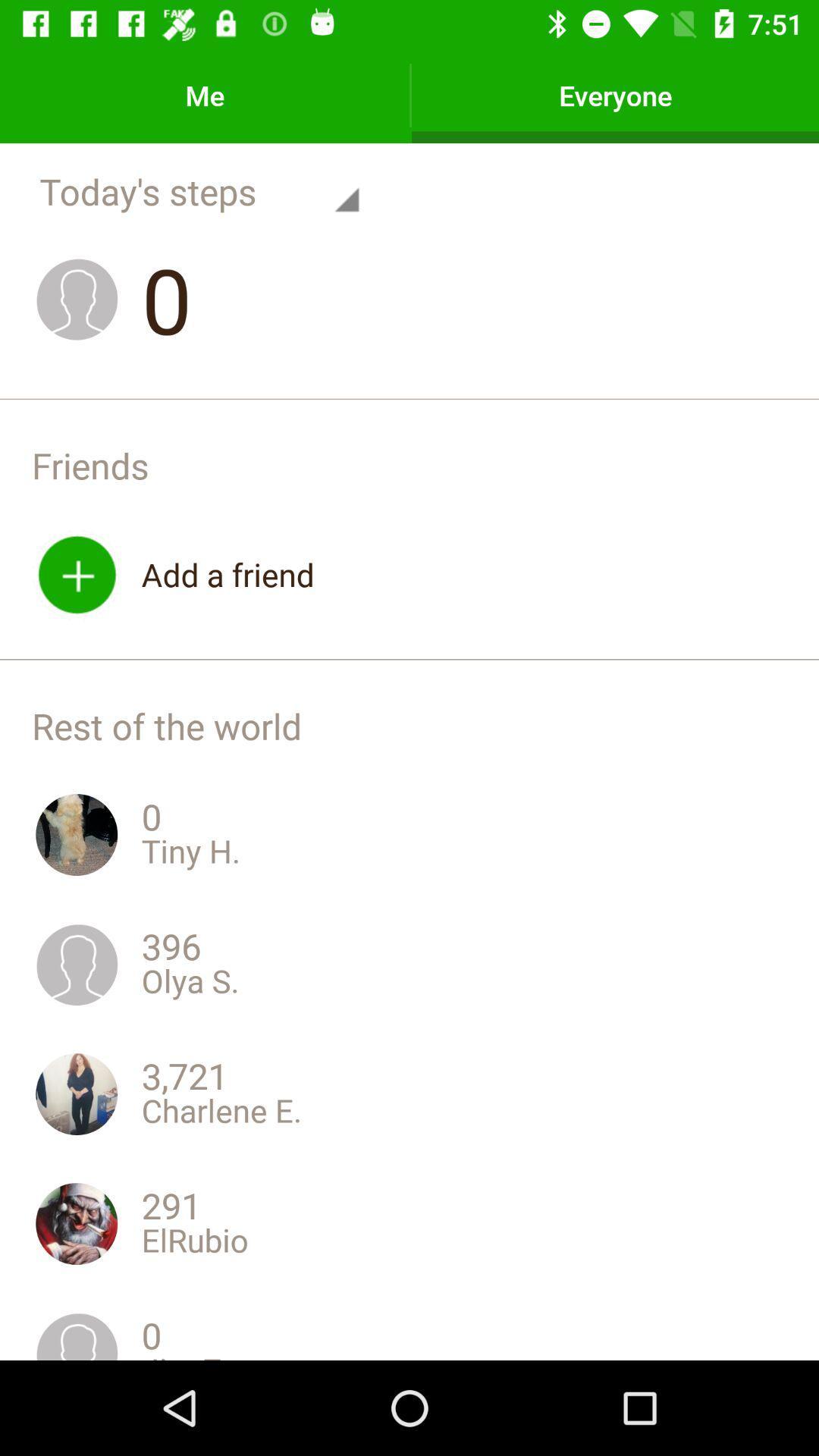 The image size is (819, 1456). What do you see at coordinates (77, 1223) in the screenshot?
I see `the fourth image in rest of the world` at bounding box center [77, 1223].